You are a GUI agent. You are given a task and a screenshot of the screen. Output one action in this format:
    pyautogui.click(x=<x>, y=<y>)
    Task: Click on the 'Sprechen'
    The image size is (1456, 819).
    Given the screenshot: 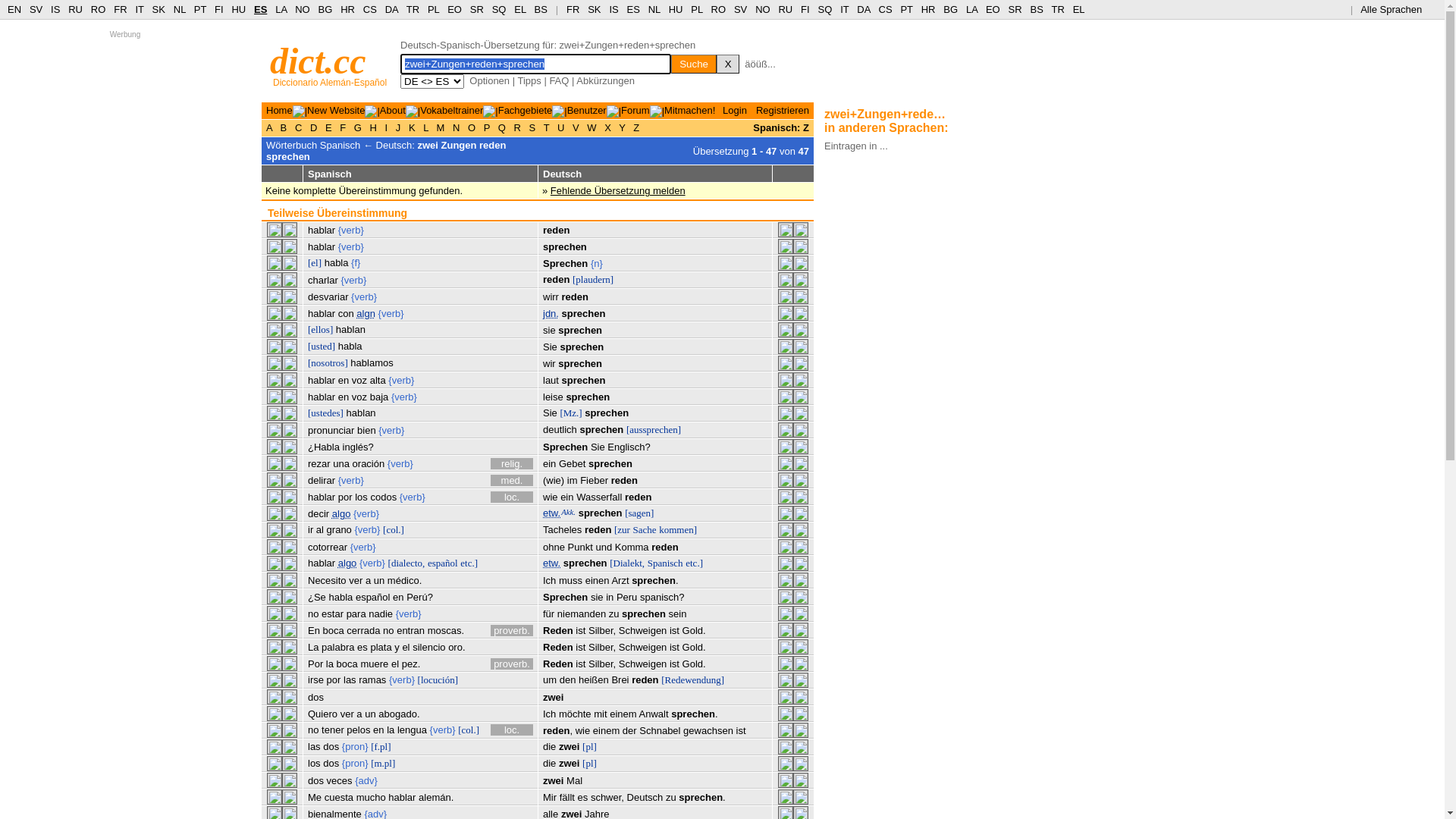 What is the action you would take?
    pyautogui.click(x=564, y=446)
    